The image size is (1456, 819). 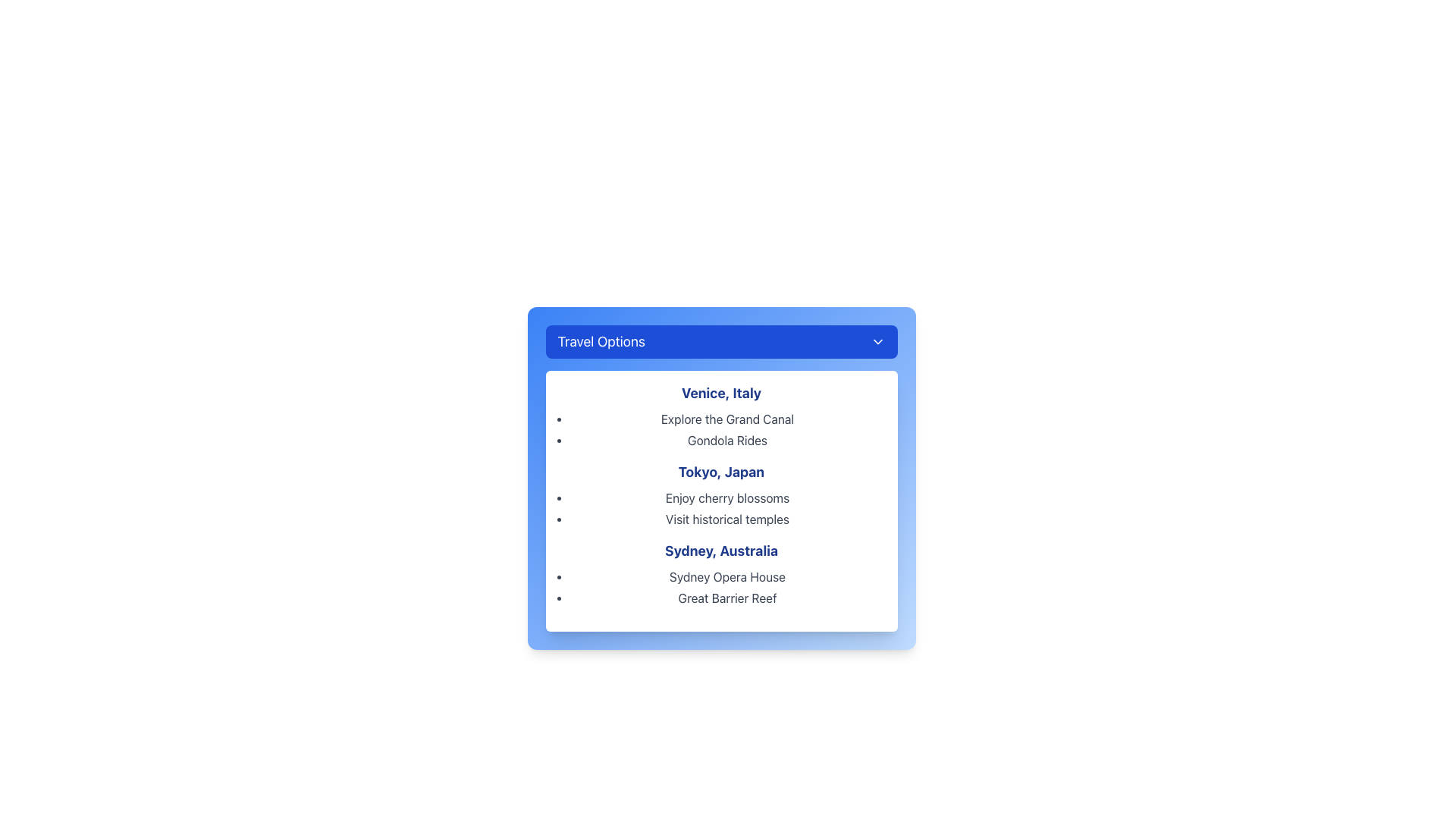 I want to click on the 'Sydney Opera House' text element, which is the first item in the list under the header 'Sydney, Australia', so click(x=726, y=576).